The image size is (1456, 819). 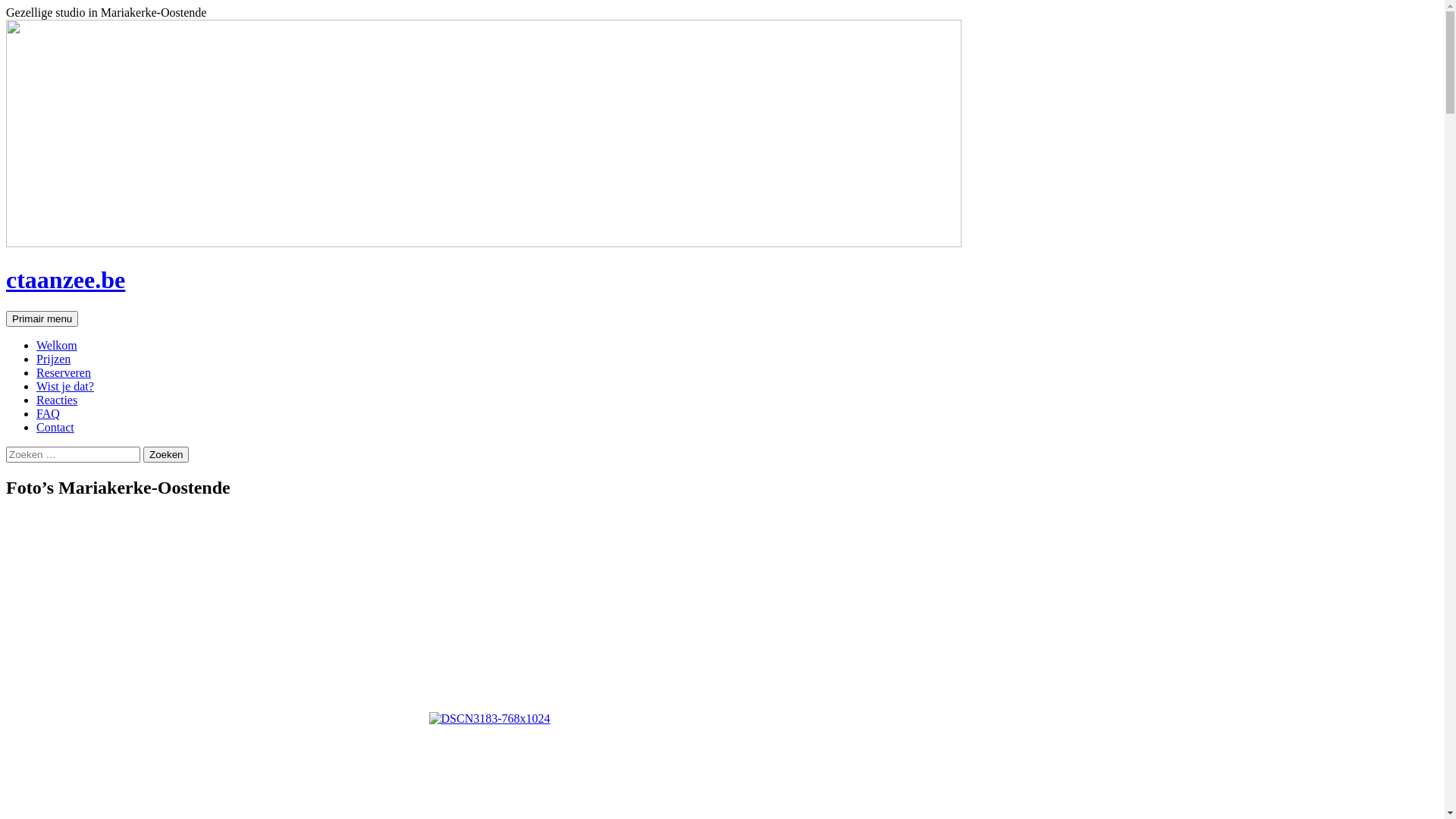 I want to click on 'Reserveren', so click(x=62, y=372).